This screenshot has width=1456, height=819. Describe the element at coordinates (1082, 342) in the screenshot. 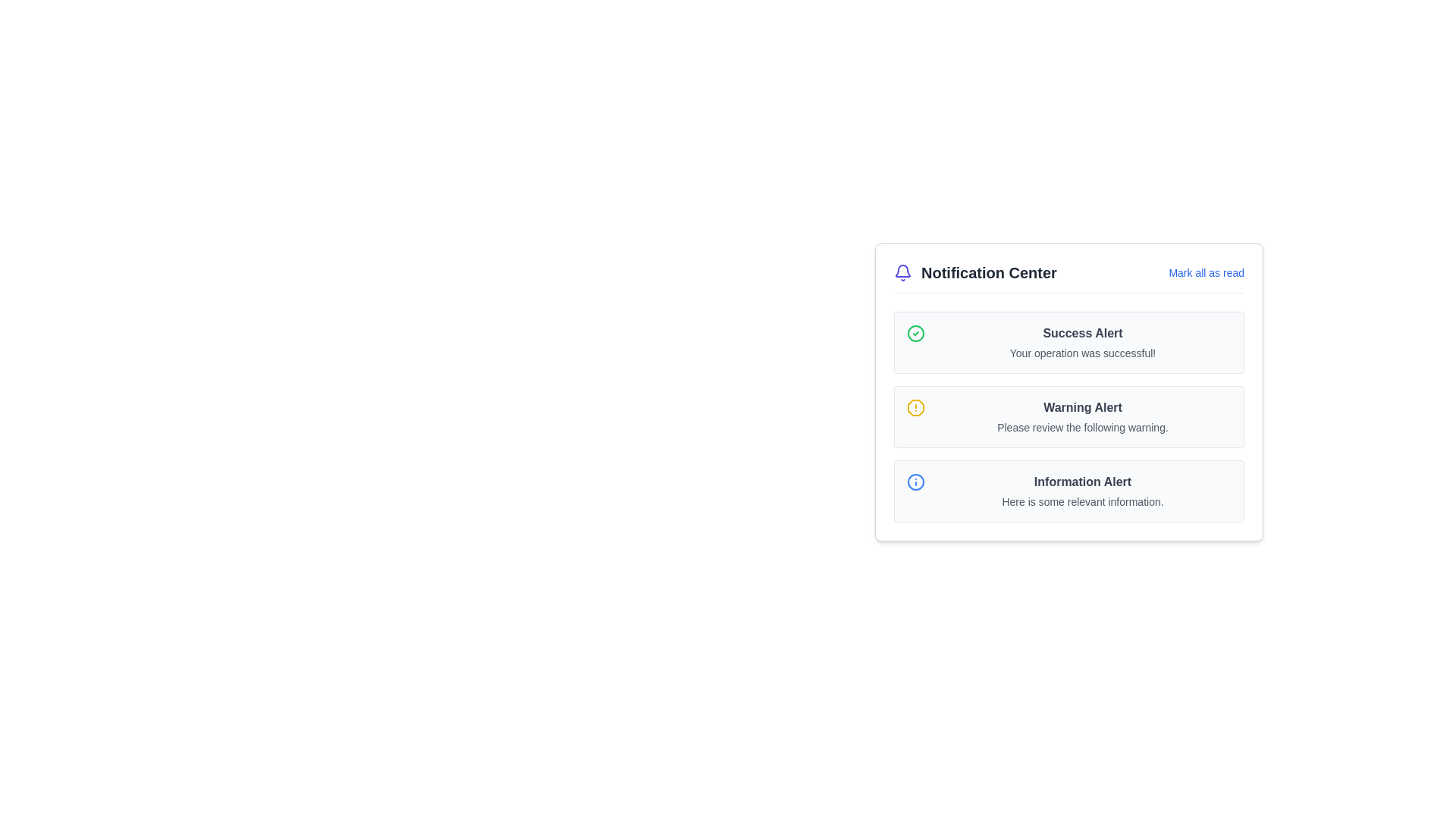

I see `message from the Informational display card which shows 'Success Alert' in bold dark gray and 'Your operation was successful!' in lighter text` at that location.